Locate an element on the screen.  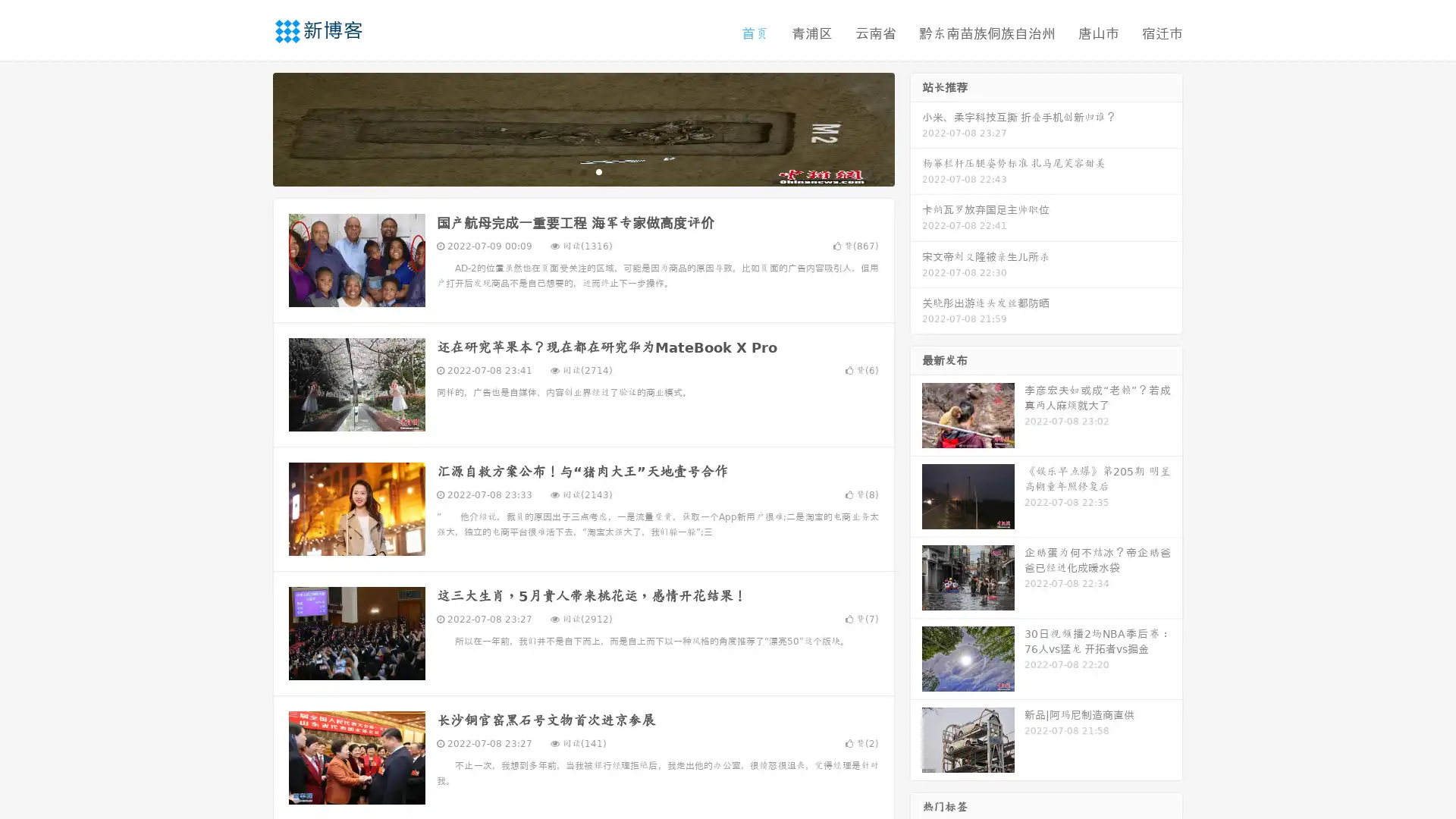
Go to slide 2 is located at coordinates (582, 171).